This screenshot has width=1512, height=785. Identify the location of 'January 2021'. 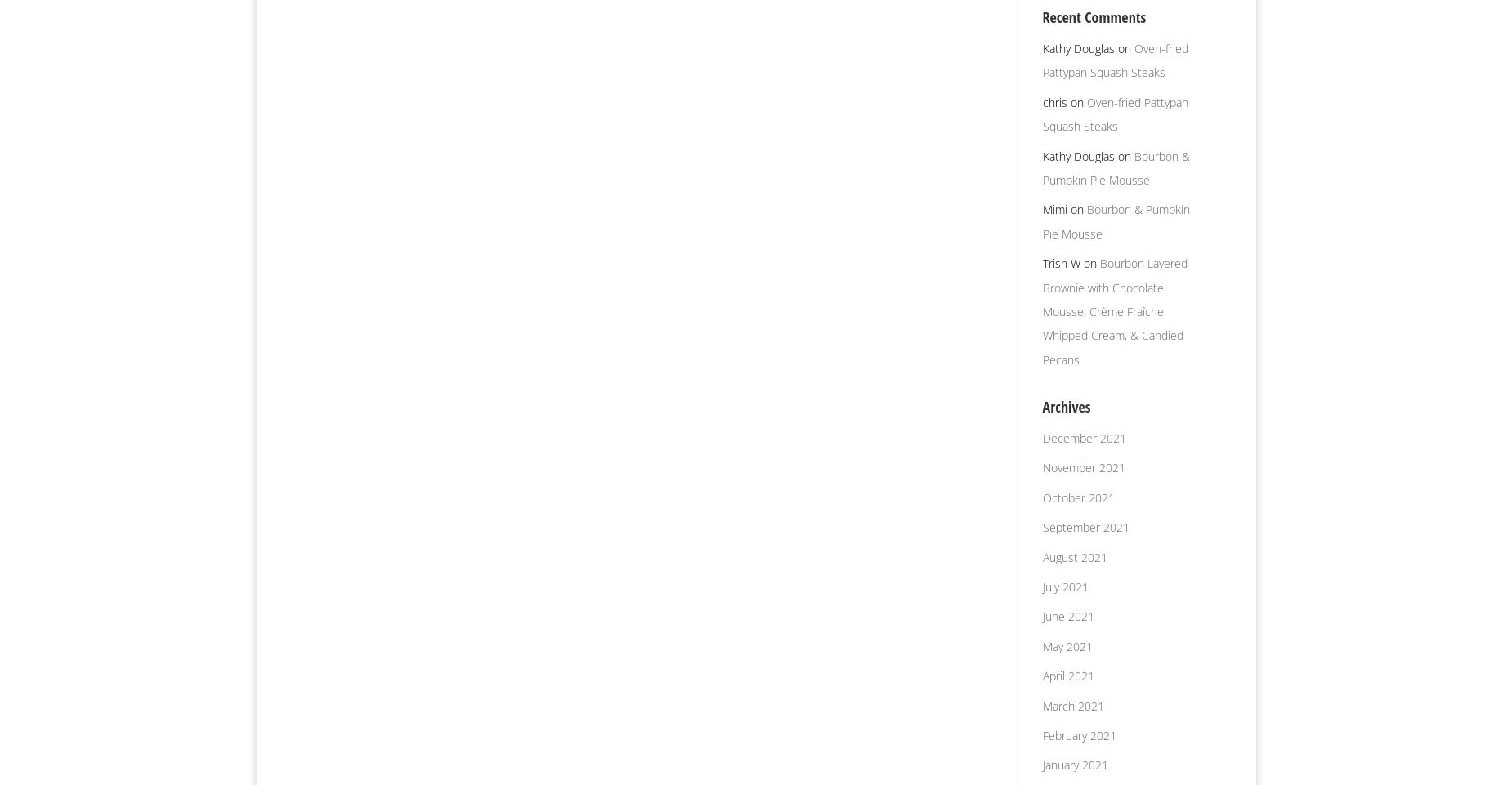
(1073, 765).